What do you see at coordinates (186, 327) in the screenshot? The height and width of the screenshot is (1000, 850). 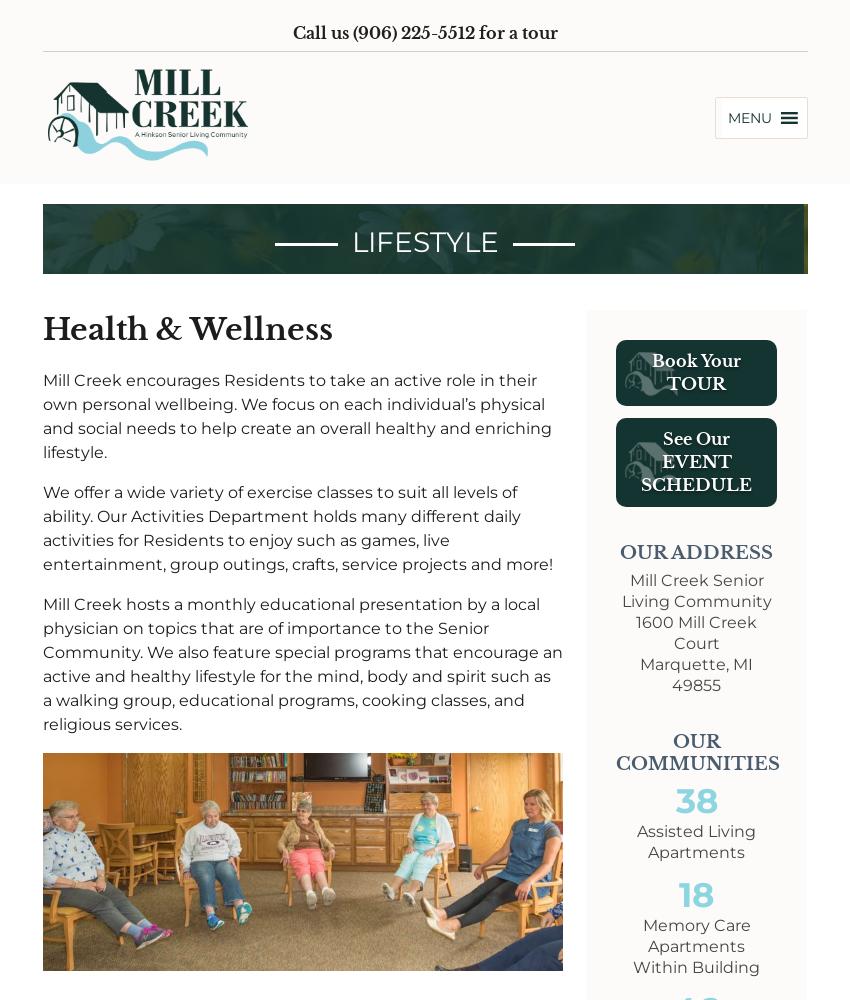 I see `'Health & Wellness'` at bounding box center [186, 327].